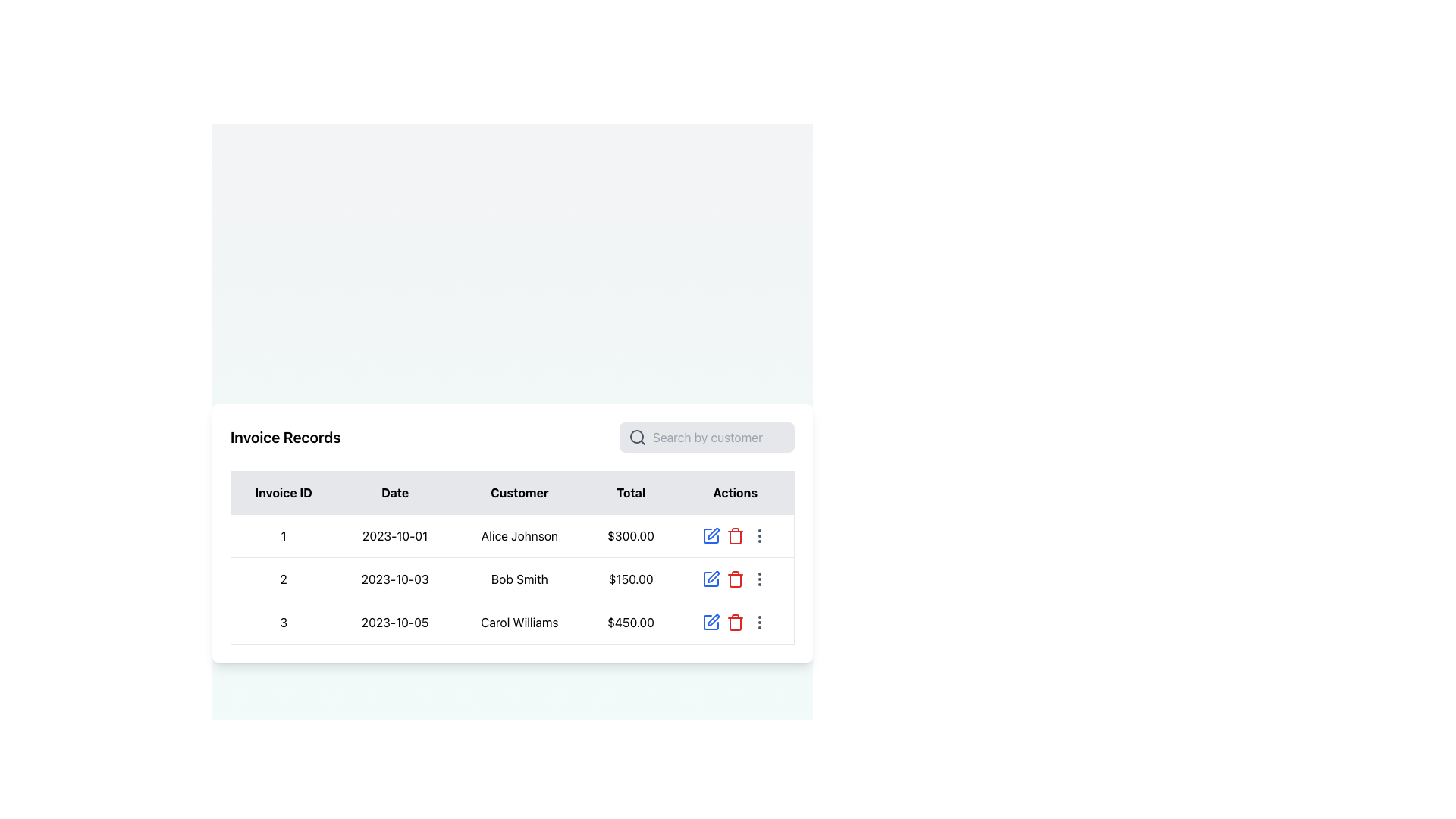  What do you see at coordinates (519, 622) in the screenshot?
I see `the table cell displaying the name 'Carol Williams' in the 'Customer' column of the third row under 'Invoice Records.'` at bounding box center [519, 622].